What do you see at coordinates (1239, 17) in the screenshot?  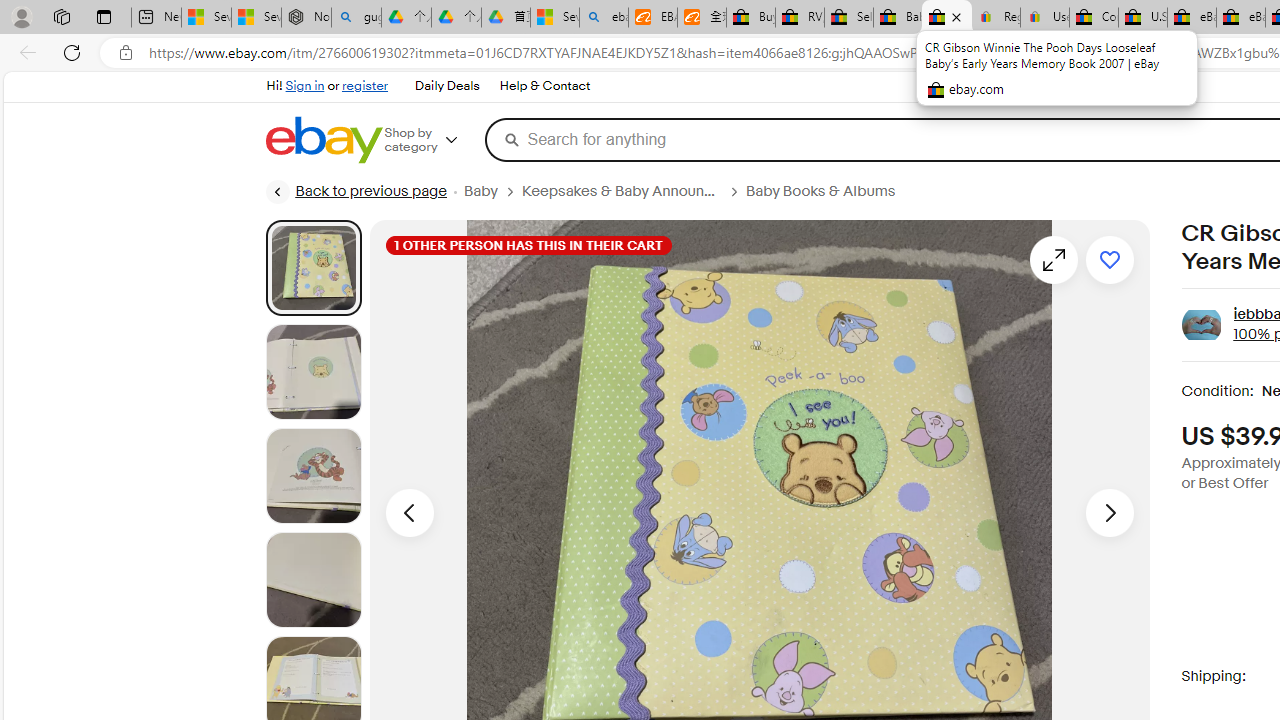 I see `'eBay Inc. Reports Third Quarter 2023 Results'` at bounding box center [1239, 17].